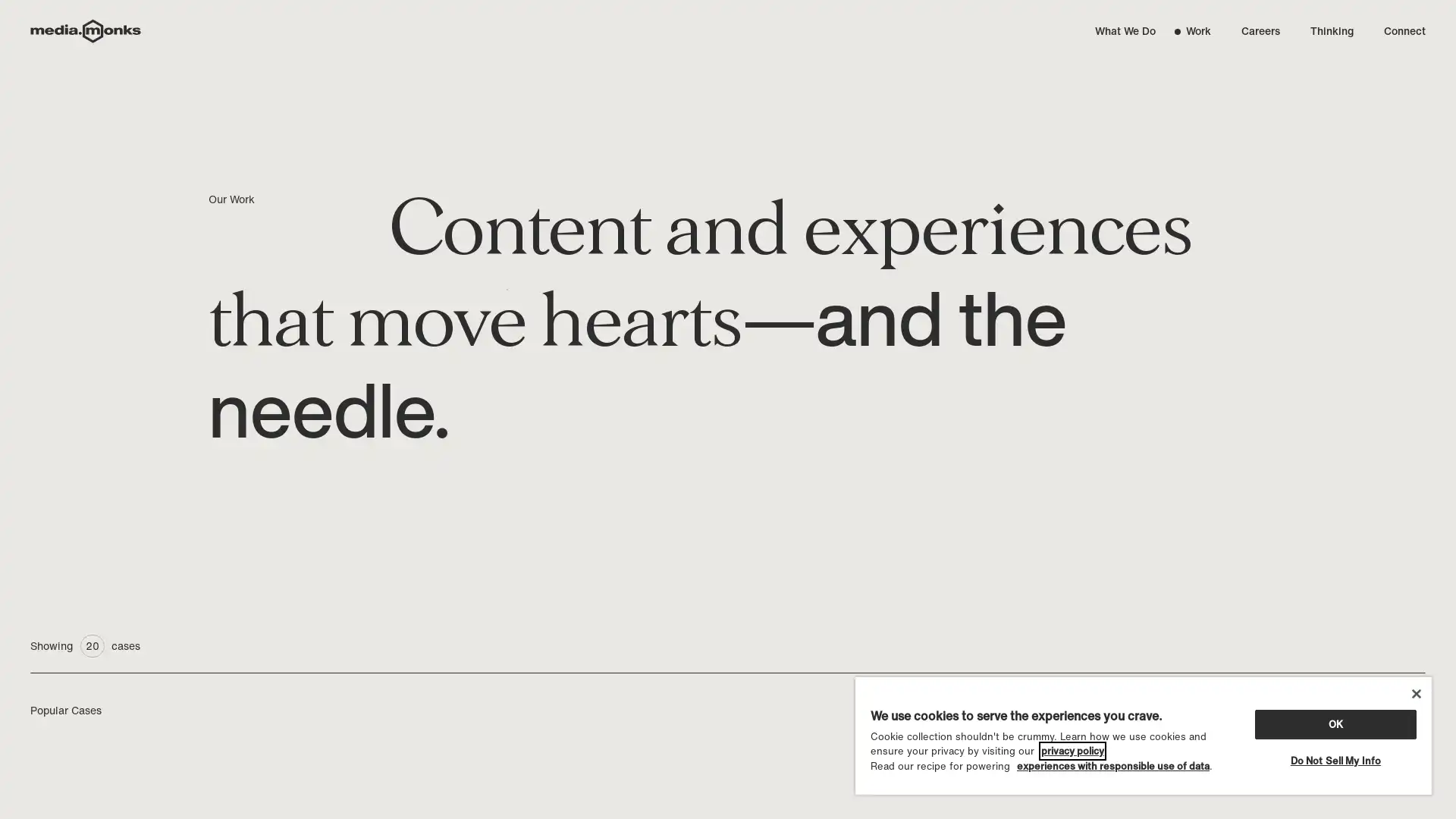 Image resolution: width=1456 pixels, height=819 pixels. I want to click on Do Not Sell My Info, so click(1335, 760).